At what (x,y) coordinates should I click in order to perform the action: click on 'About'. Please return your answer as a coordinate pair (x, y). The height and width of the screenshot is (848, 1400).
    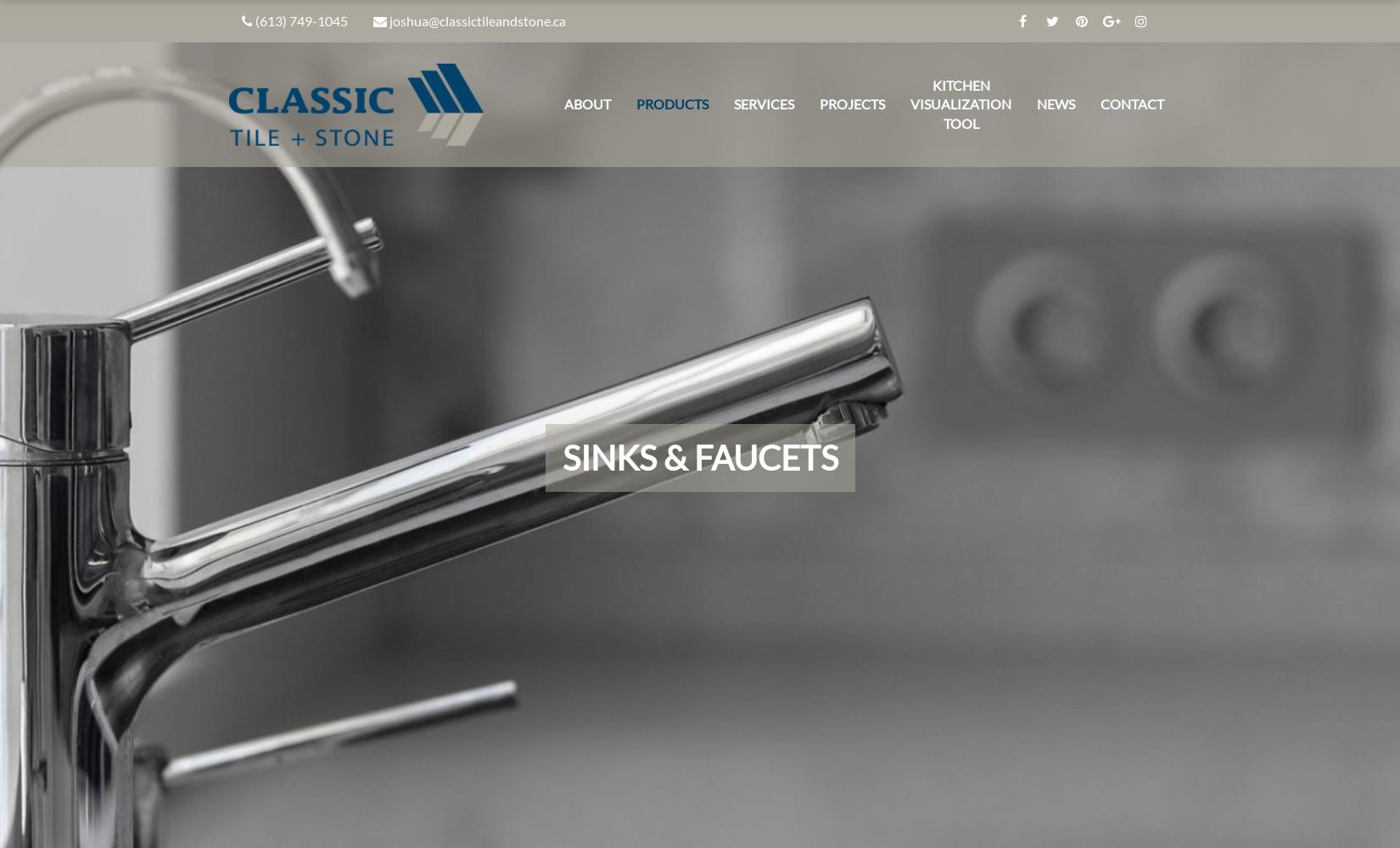
    Looking at the image, I should click on (586, 103).